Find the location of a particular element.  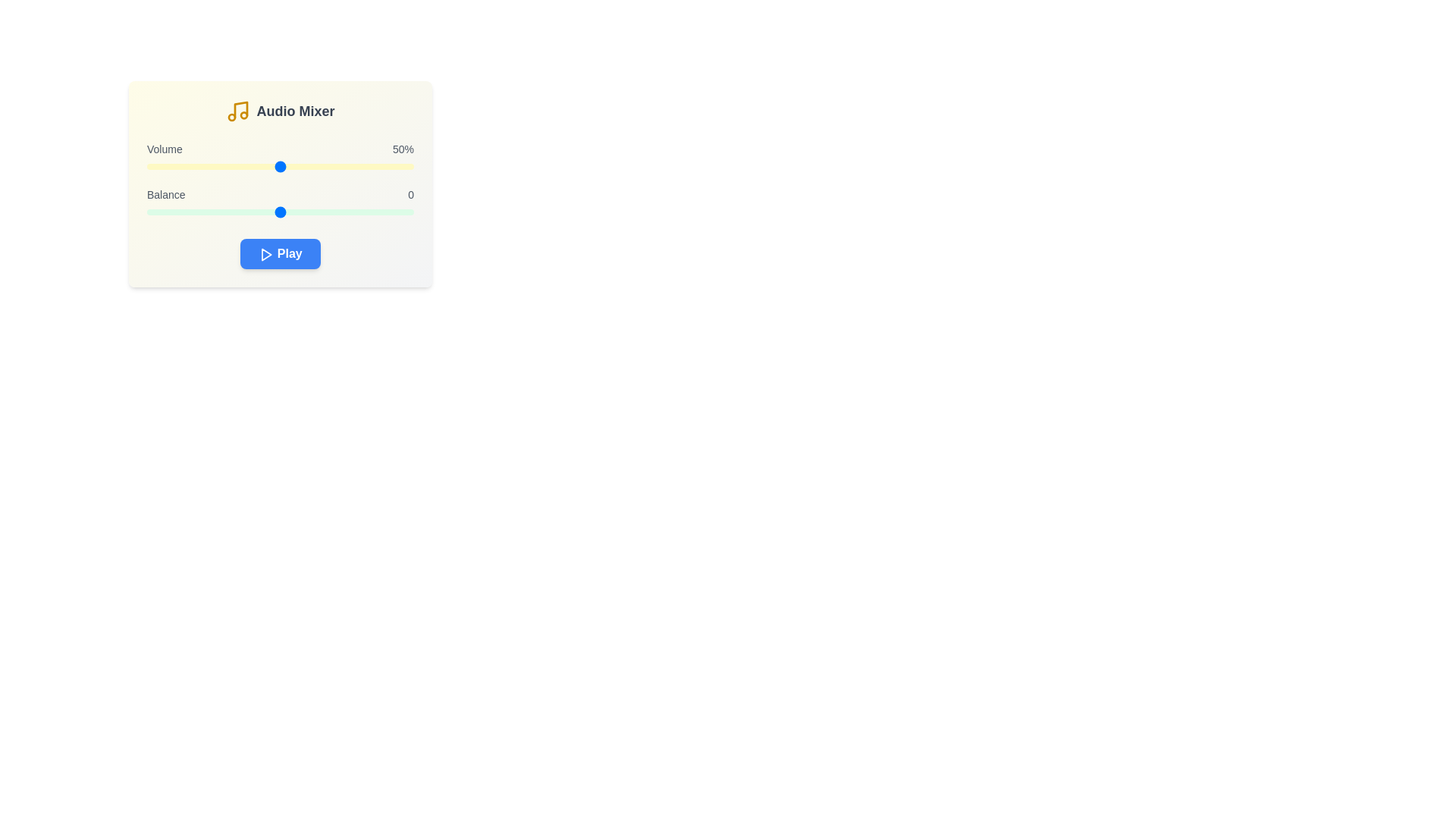

on the 'Play' icon located inside the blue rectangular button at the lower central part of the audio control card interface is located at coordinates (266, 253).